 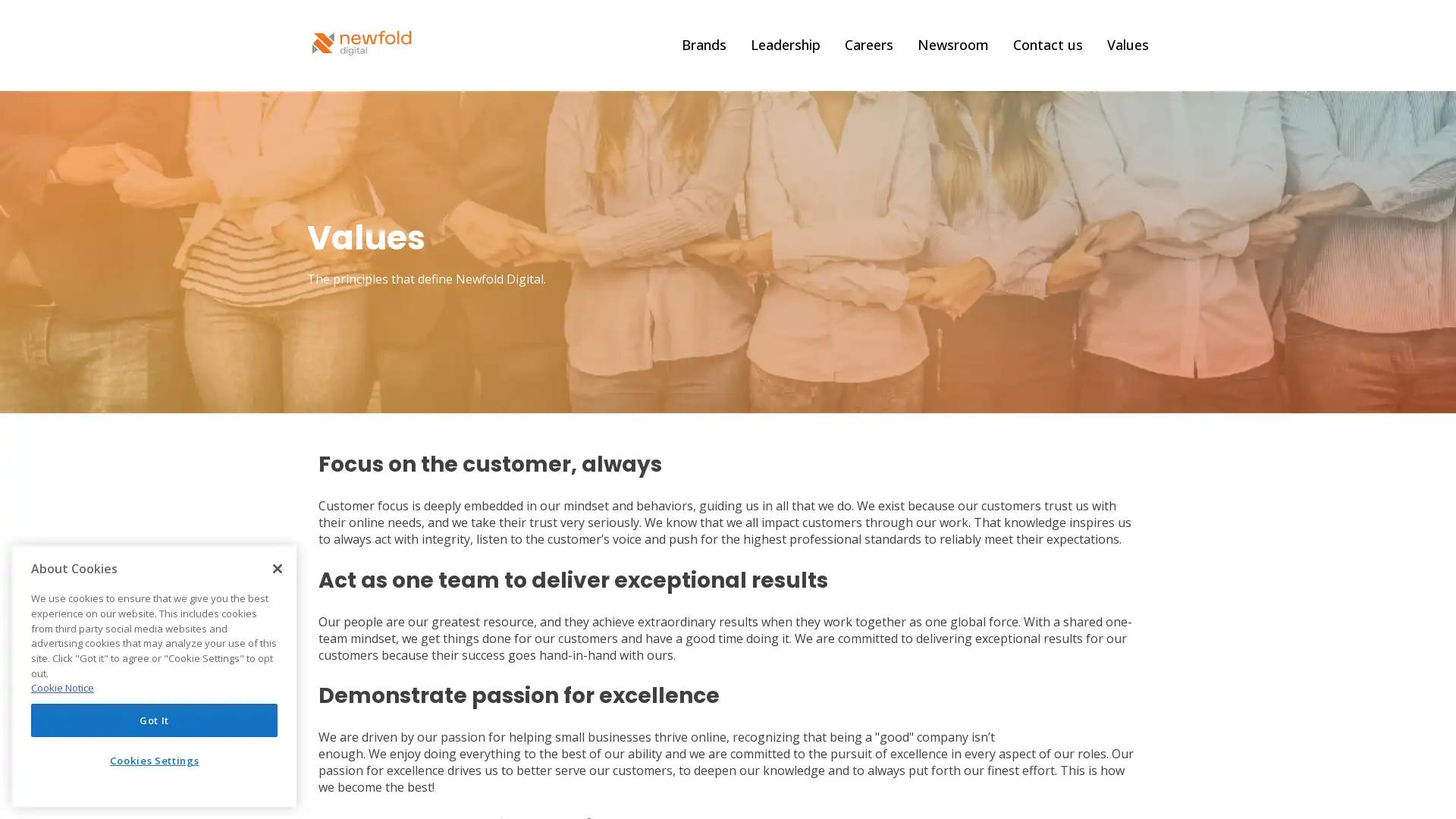 What do you see at coordinates (154, 760) in the screenshot?
I see `Cookies Settings` at bounding box center [154, 760].